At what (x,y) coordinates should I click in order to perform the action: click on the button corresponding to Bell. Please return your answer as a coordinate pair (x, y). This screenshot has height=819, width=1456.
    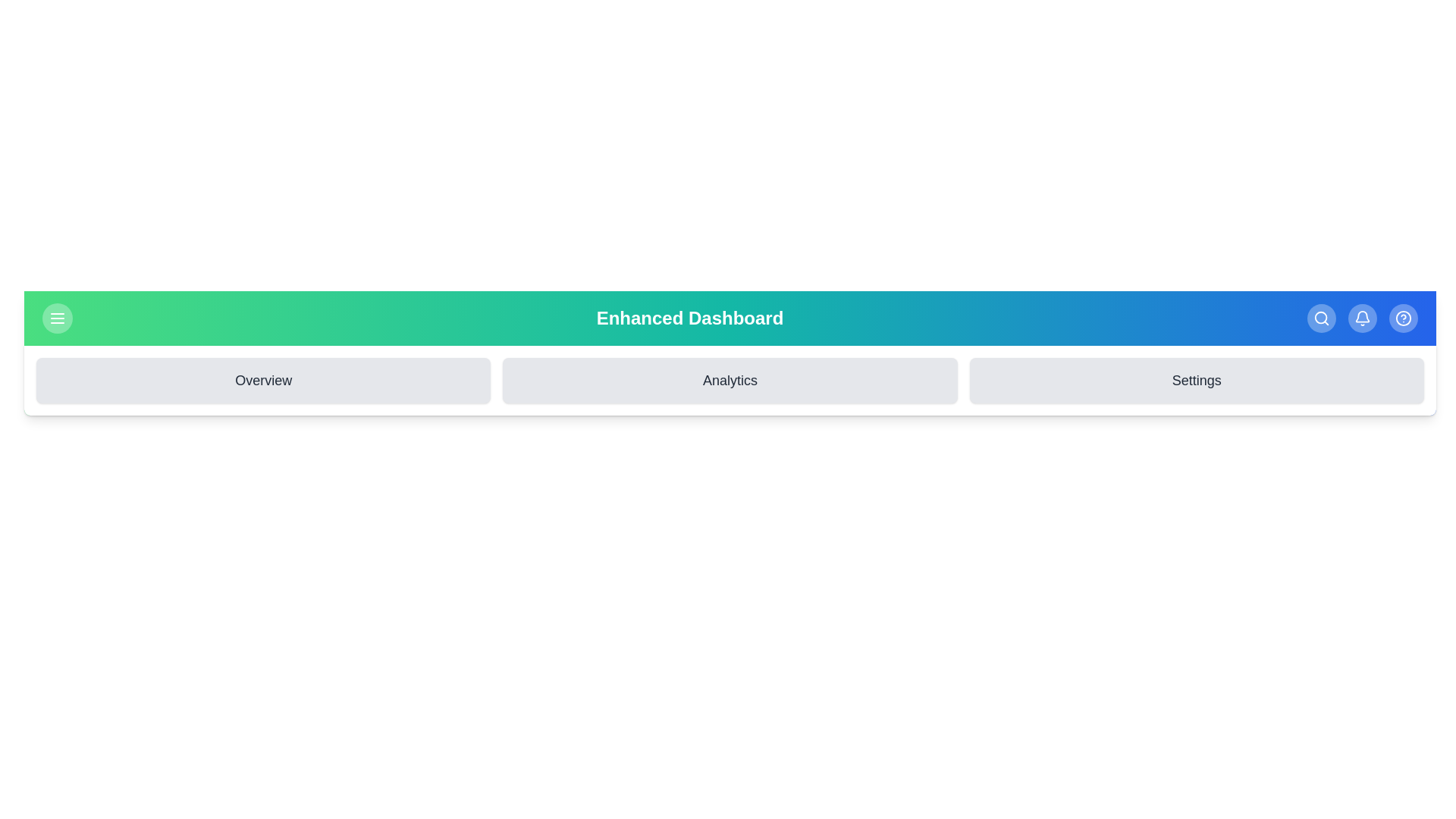
    Looking at the image, I should click on (1362, 318).